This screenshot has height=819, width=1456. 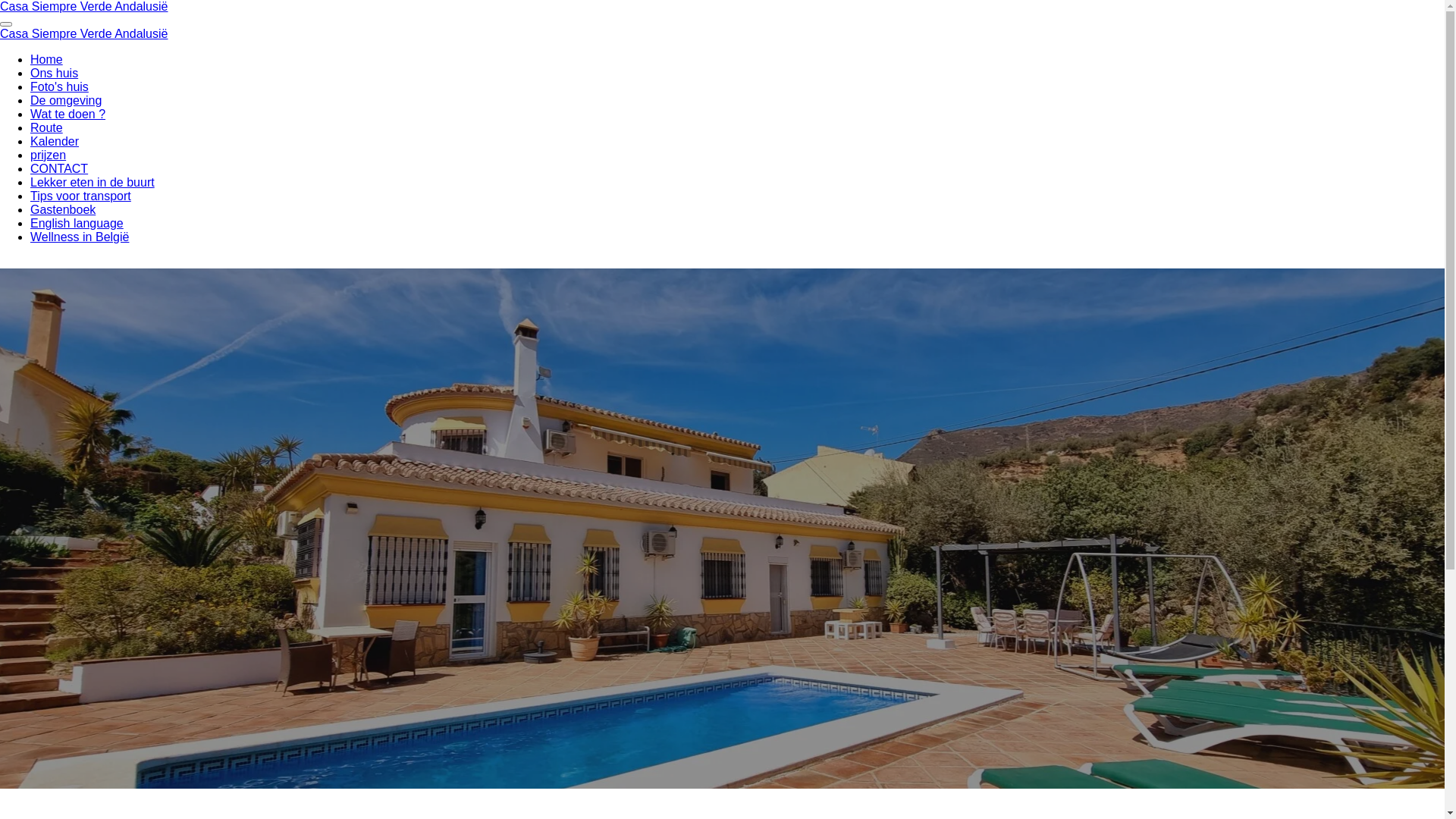 I want to click on 'English language', so click(x=76, y=223).